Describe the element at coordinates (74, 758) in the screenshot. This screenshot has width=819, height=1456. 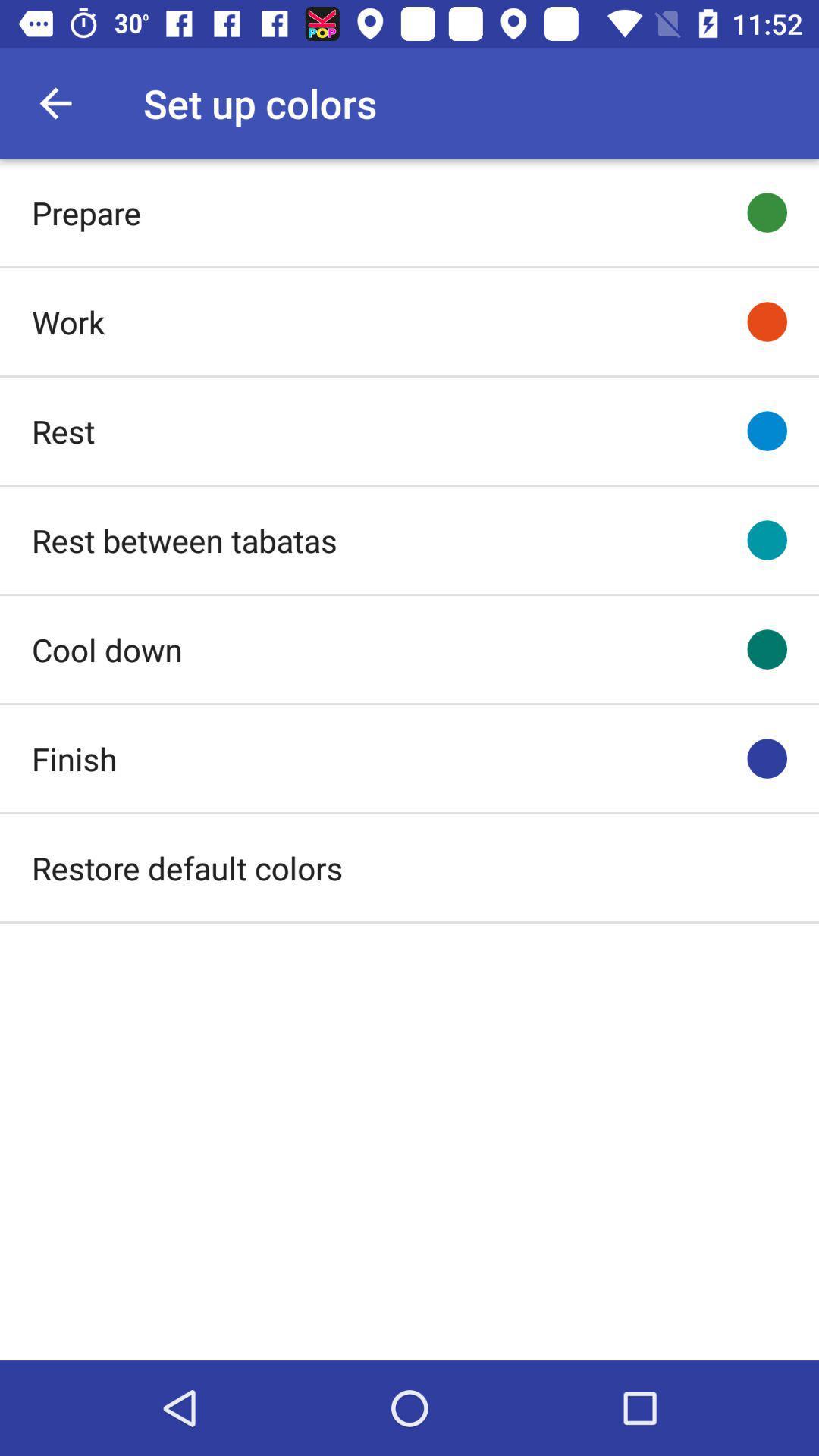
I see `the icon above restore default colors` at that location.